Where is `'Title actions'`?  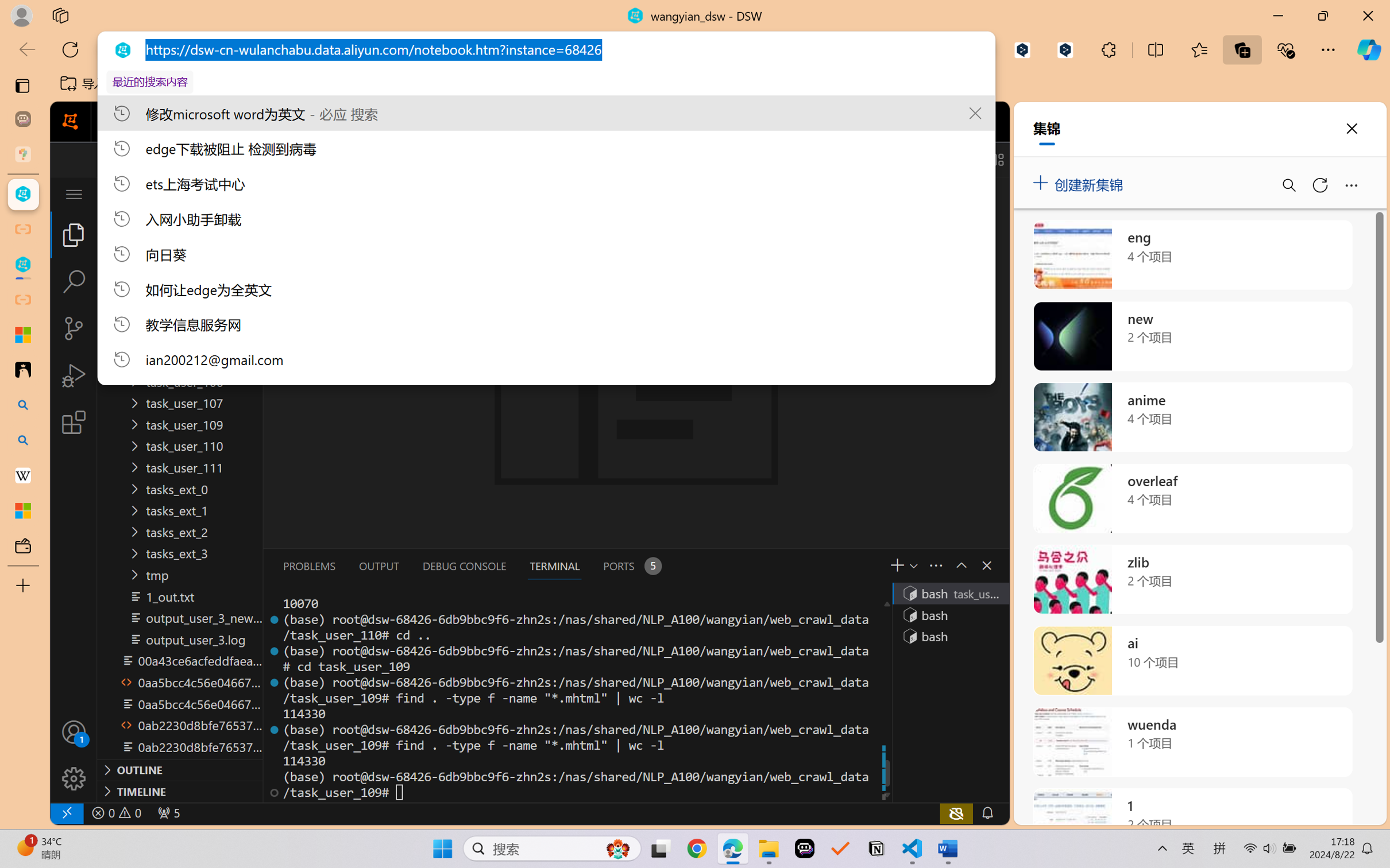
'Title actions' is located at coordinates (958, 159).